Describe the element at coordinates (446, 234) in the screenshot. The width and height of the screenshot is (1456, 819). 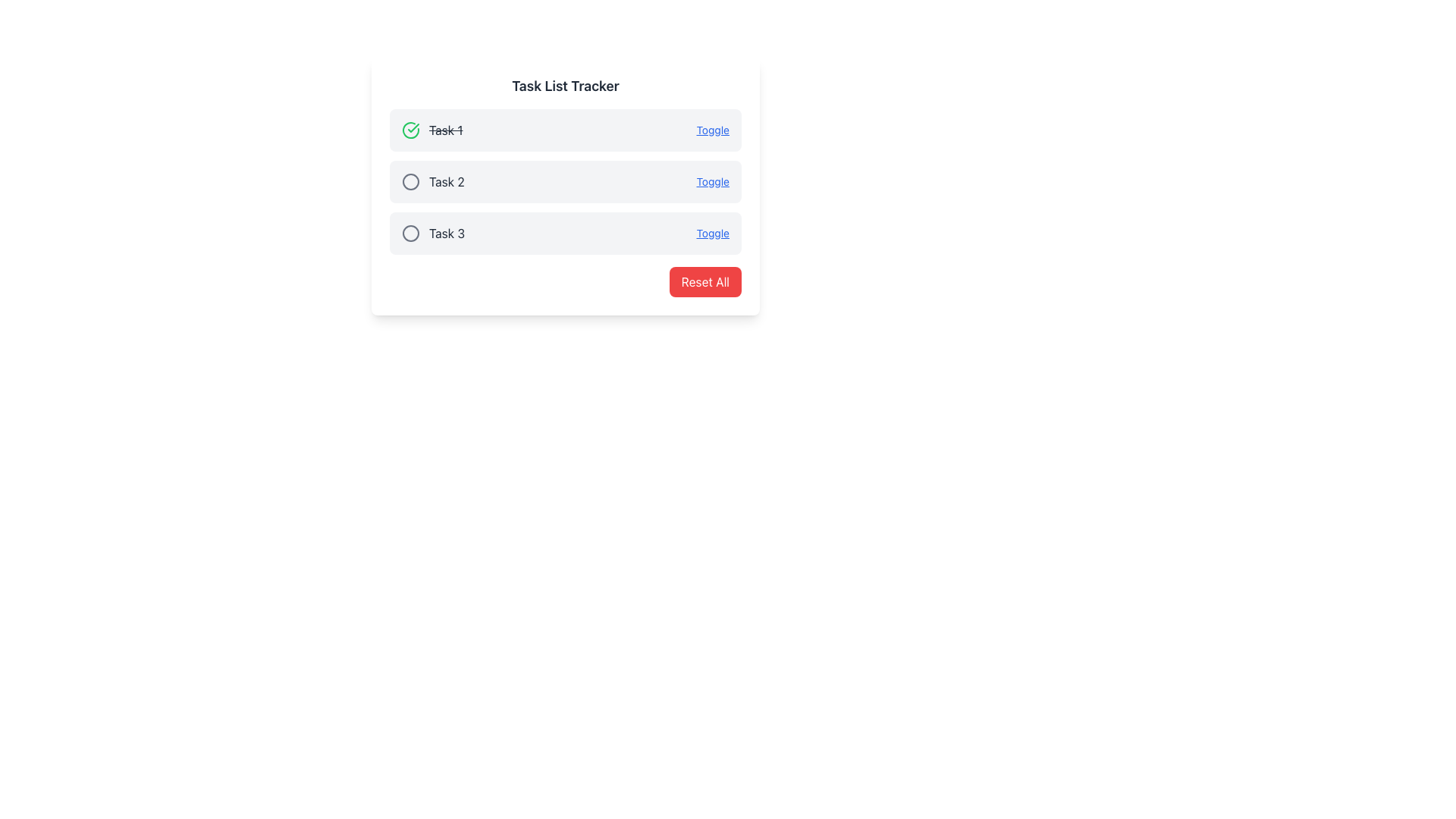
I see `to select or focus the task represented by the text label in the bottom row of the 'Task List Tracker' interface` at that location.